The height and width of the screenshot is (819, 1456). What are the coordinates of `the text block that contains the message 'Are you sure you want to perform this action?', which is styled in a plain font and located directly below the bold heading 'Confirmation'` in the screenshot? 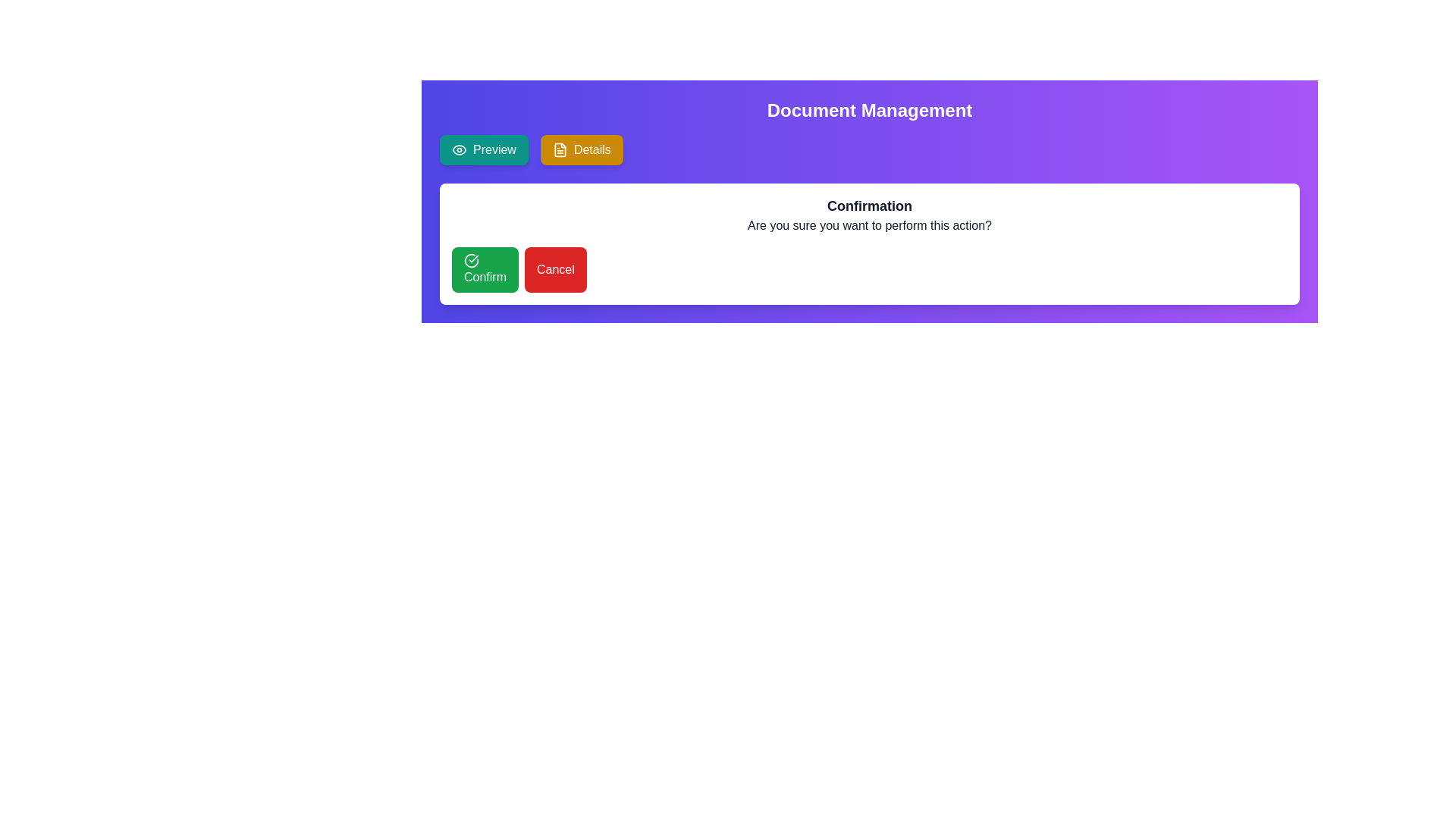 It's located at (870, 225).